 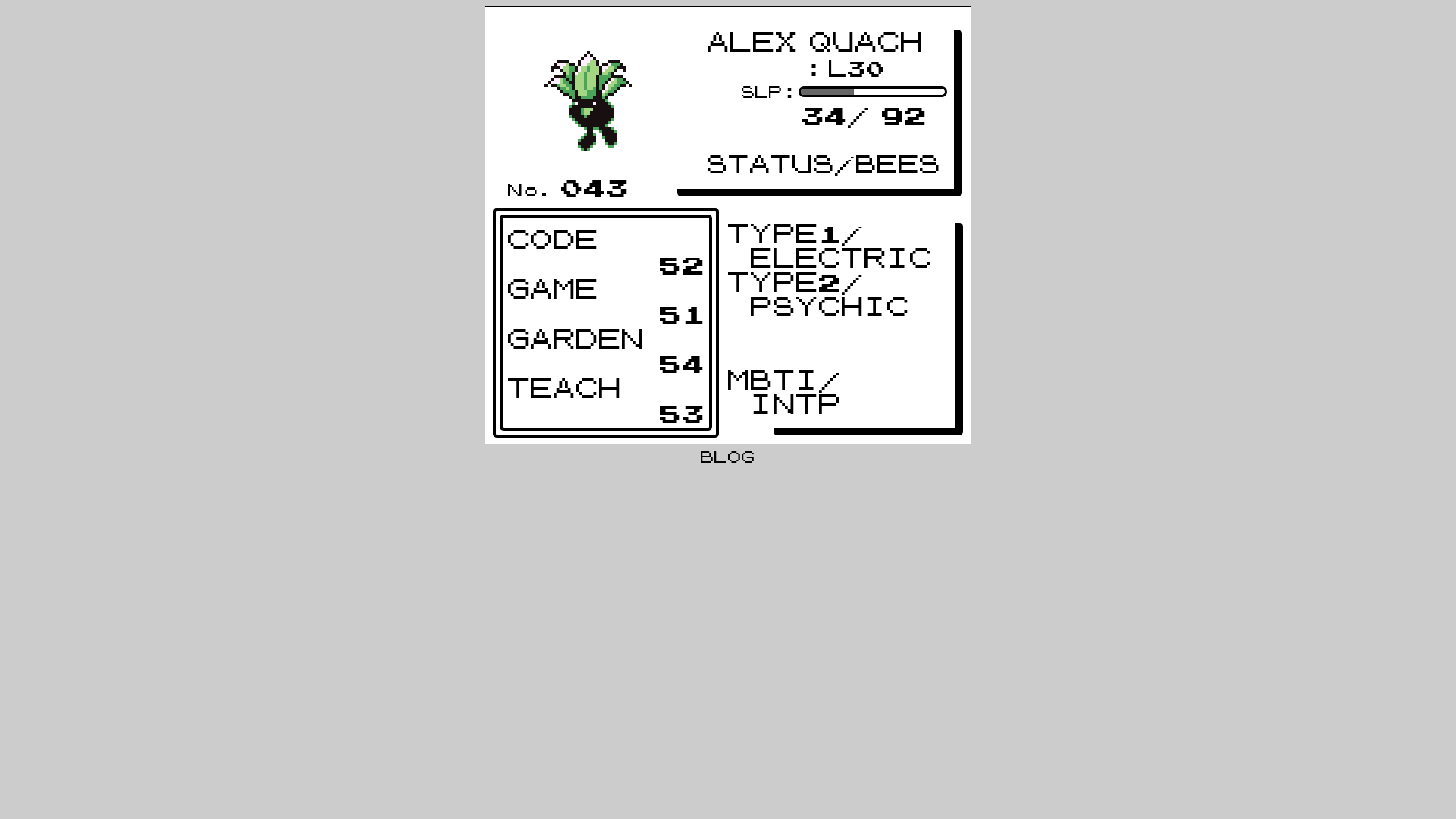 What do you see at coordinates (728, 457) in the screenshot?
I see `'BLOG'` at bounding box center [728, 457].